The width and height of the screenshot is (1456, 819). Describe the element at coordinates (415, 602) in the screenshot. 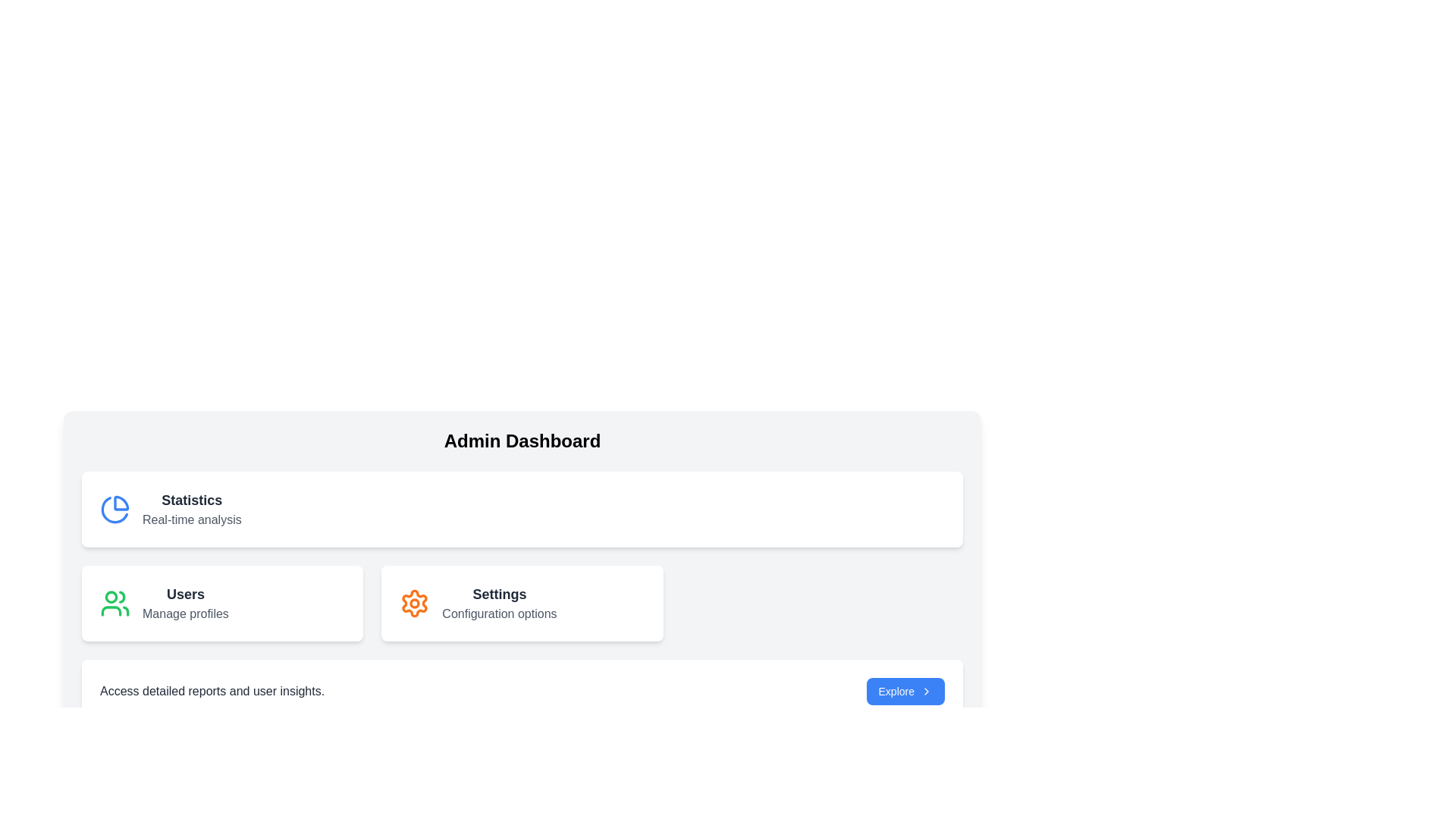

I see `the decorative circular hub element that is centered within the 'Settings' gear icon located in the second row of the main options panel in the admin dashboard` at that location.